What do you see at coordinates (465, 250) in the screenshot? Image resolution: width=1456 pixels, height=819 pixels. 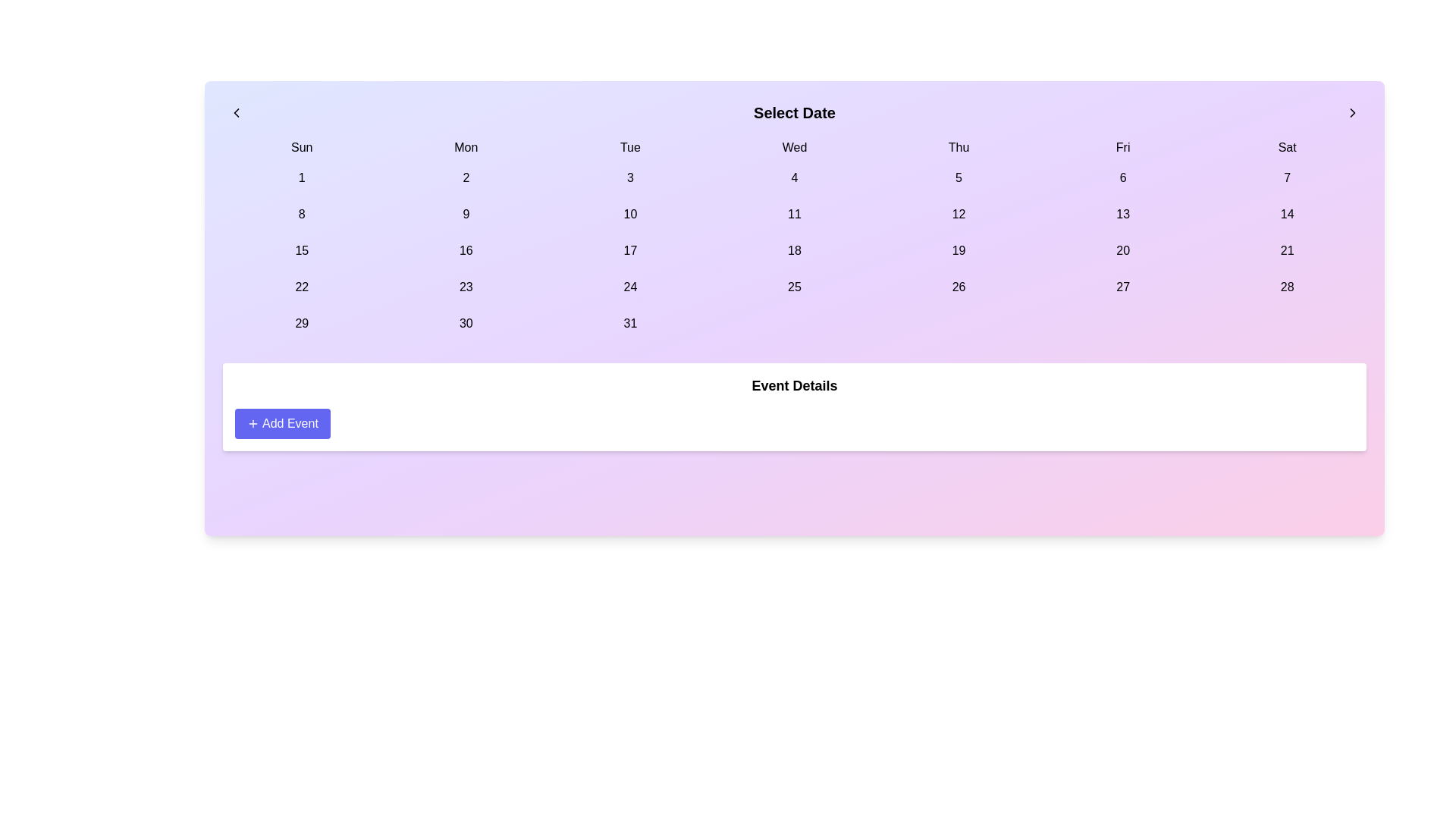 I see `the button representing the 16th day of the month in the calendar located in the third row and second column under the 'Mon' column heading` at bounding box center [465, 250].